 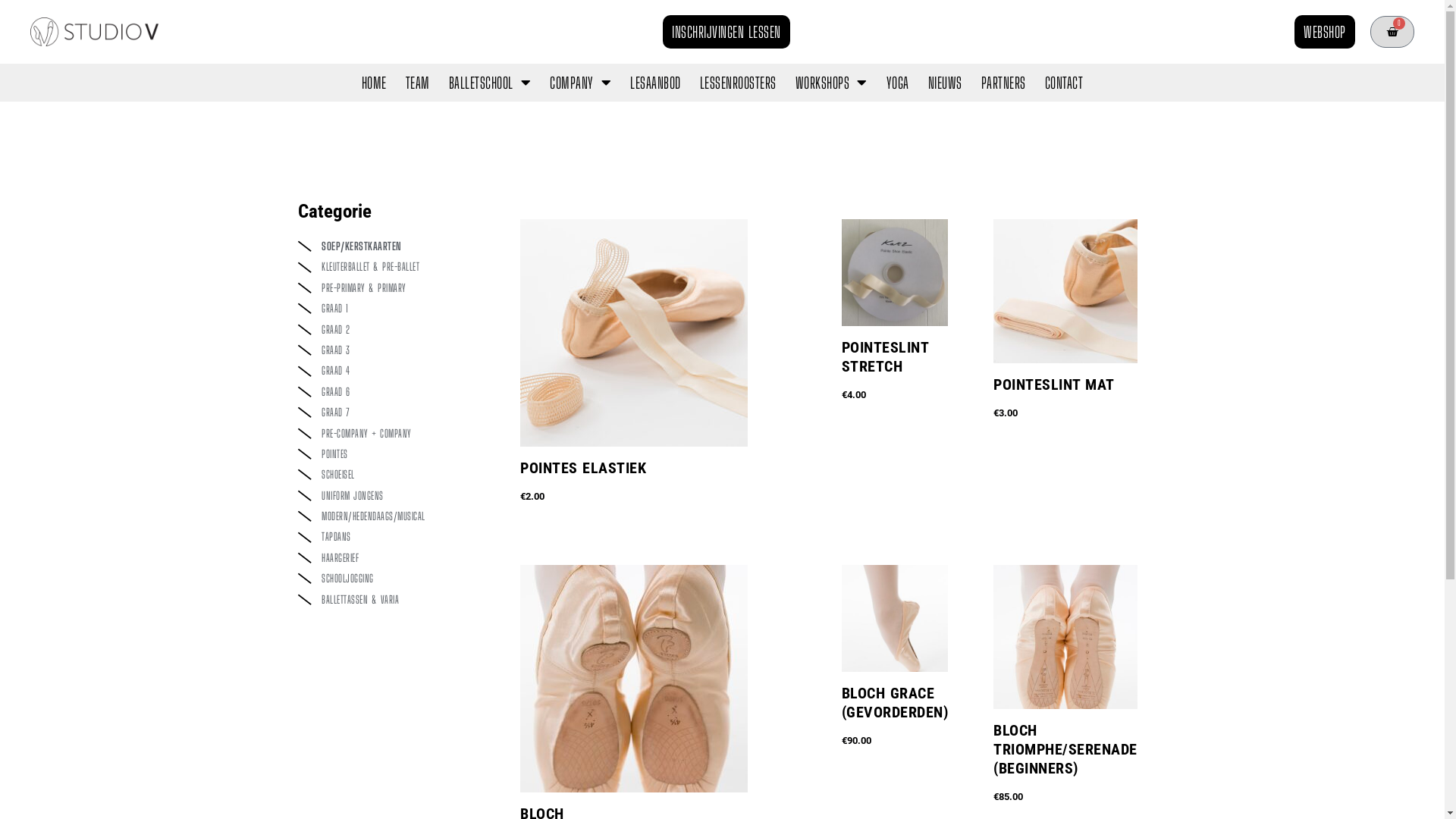 I want to click on 'GRAAD 3', so click(x=393, y=350).